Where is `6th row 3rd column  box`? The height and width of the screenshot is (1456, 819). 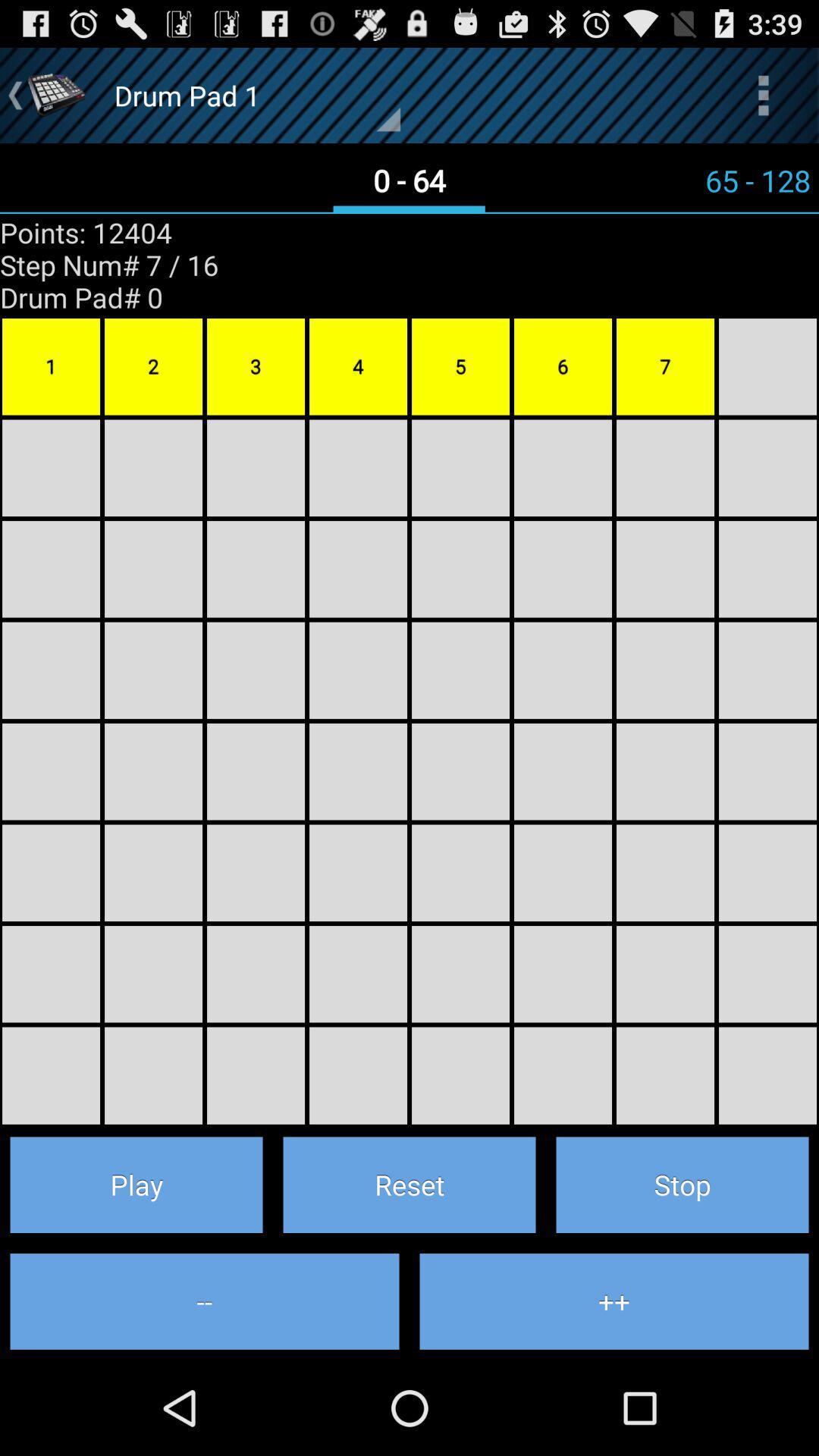 6th row 3rd column  box is located at coordinates (255, 974).